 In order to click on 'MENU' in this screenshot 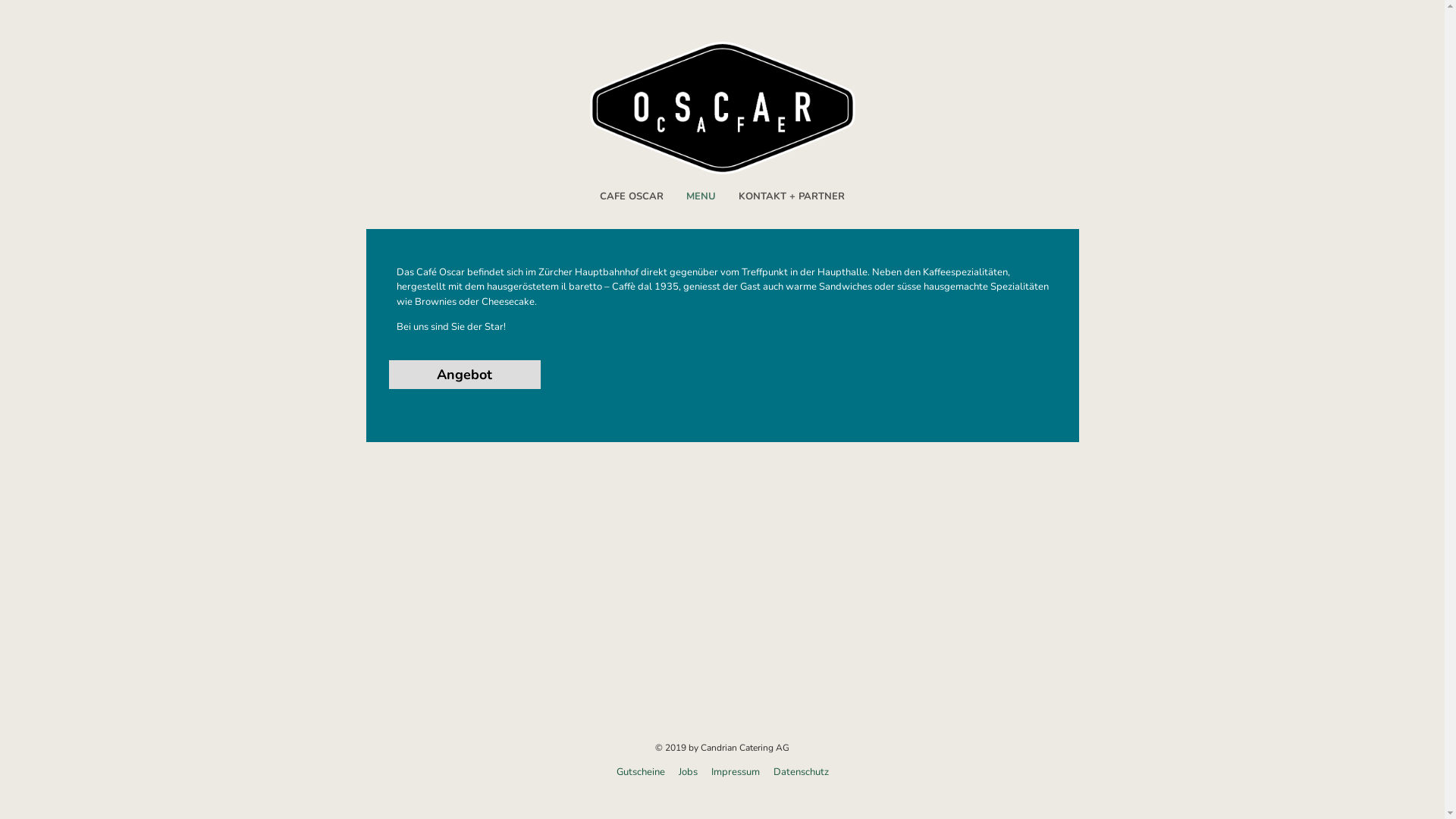, I will do `click(673, 196)`.